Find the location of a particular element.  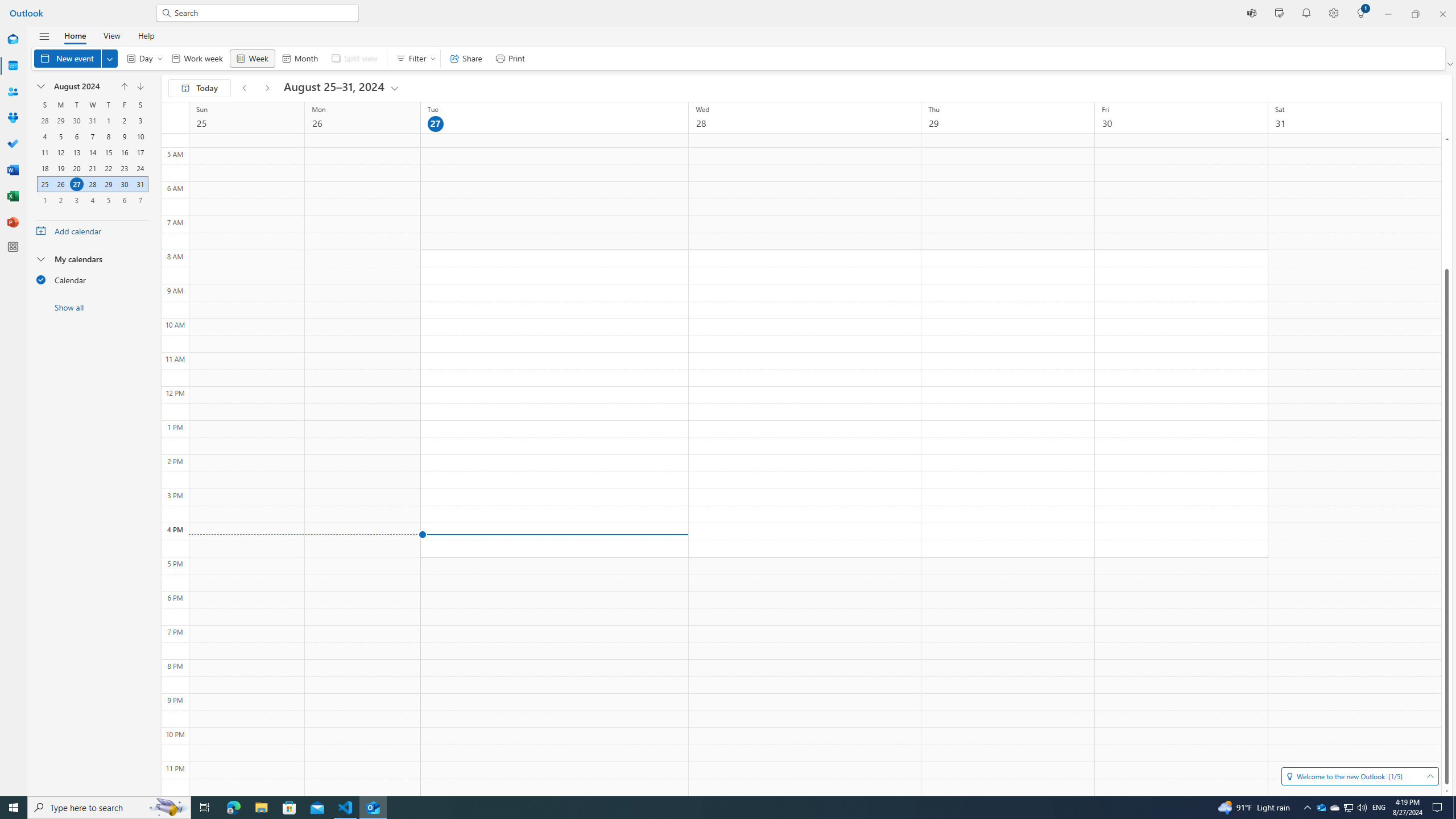

'16, August, 2024' is located at coordinates (123, 152).